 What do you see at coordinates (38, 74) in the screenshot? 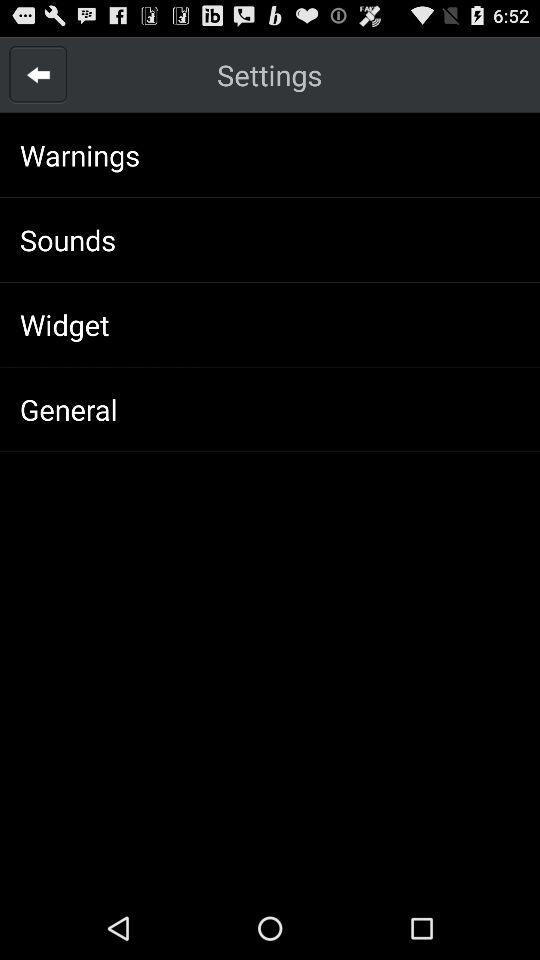
I see `previous screen` at bounding box center [38, 74].